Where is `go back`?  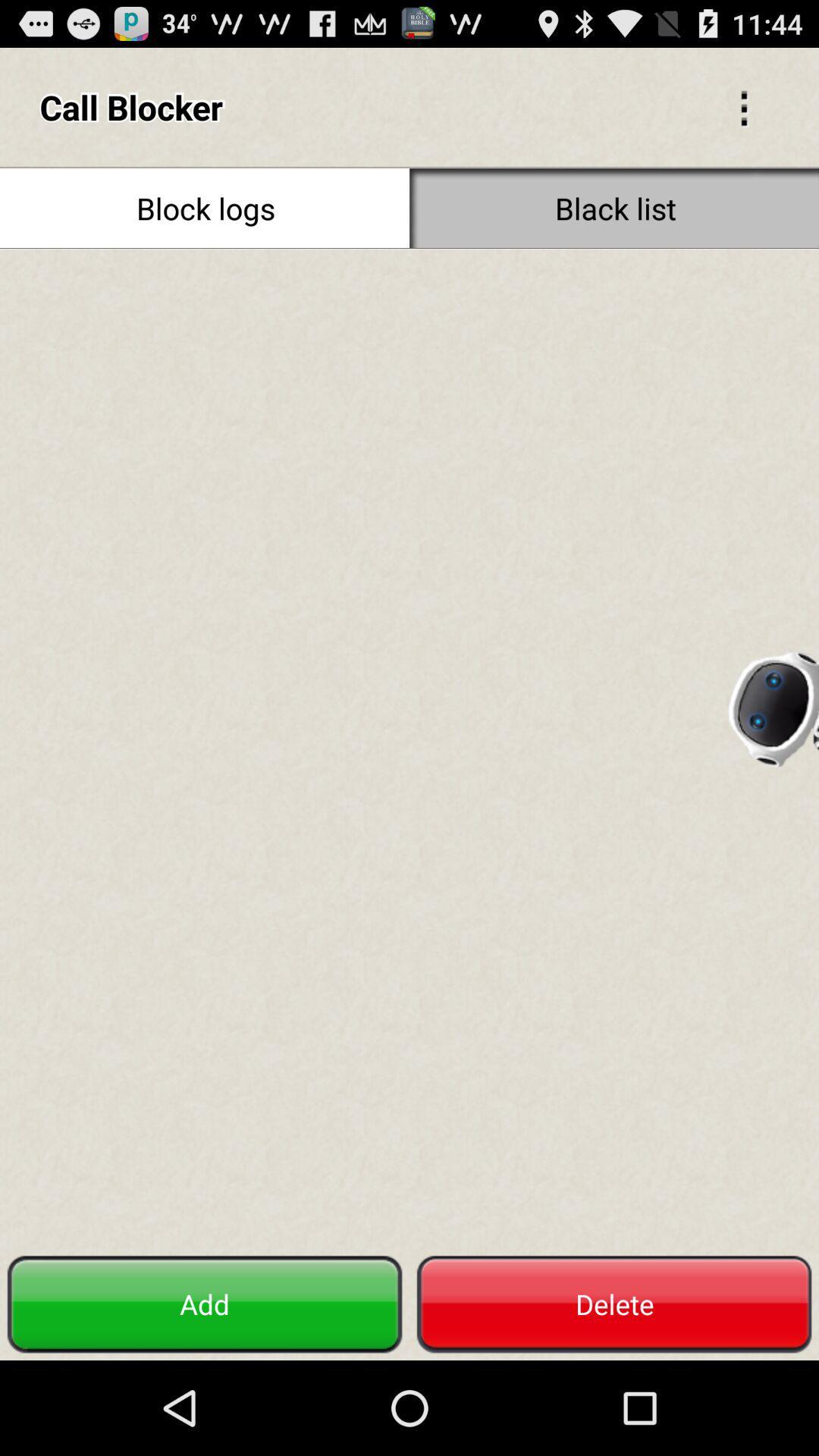 go back is located at coordinates (743, 106).